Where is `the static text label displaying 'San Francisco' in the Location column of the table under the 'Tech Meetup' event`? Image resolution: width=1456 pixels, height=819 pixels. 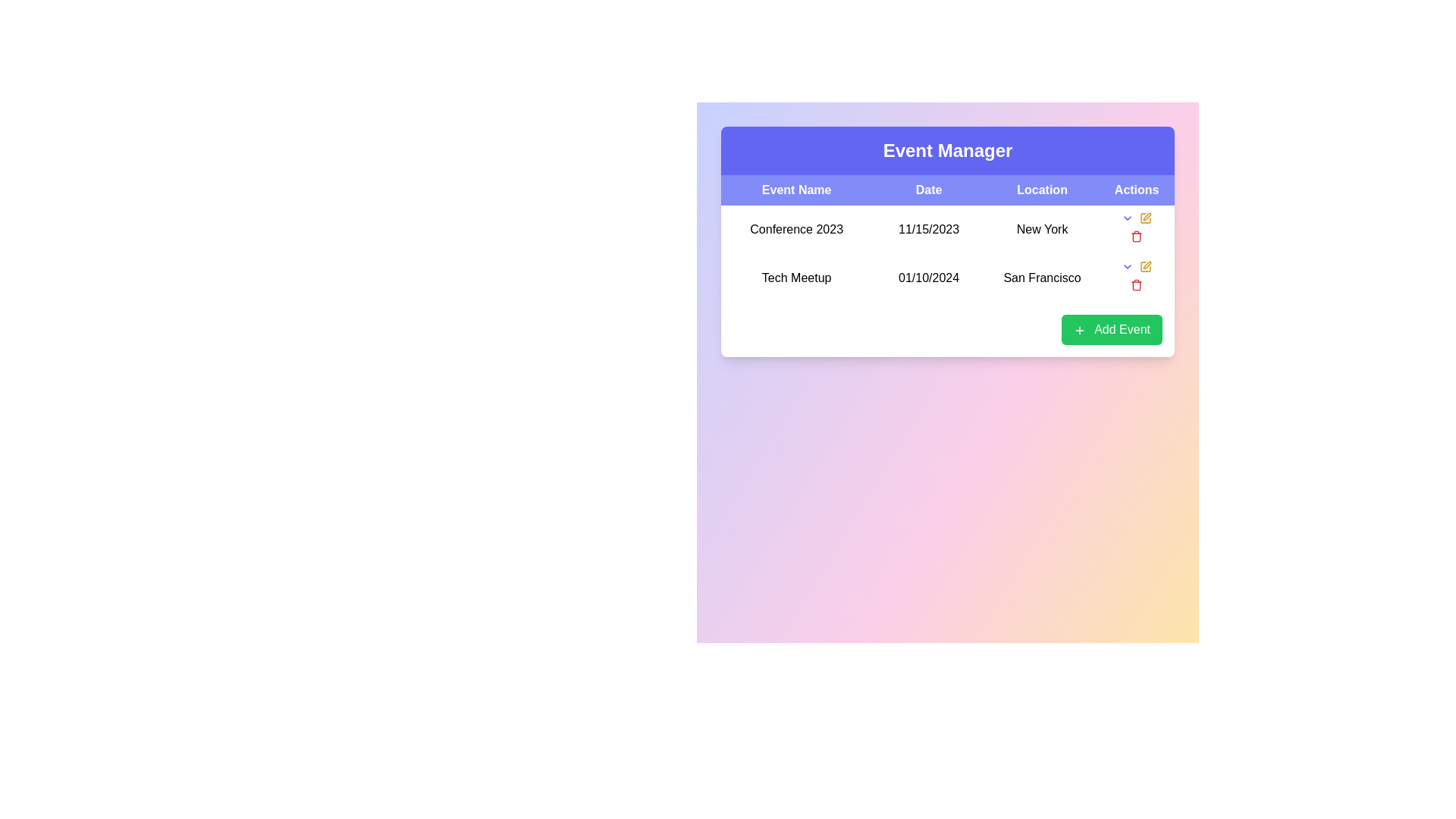
the static text label displaying 'San Francisco' in the Location column of the table under the 'Tech Meetup' event is located at coordinates (1041, 278).